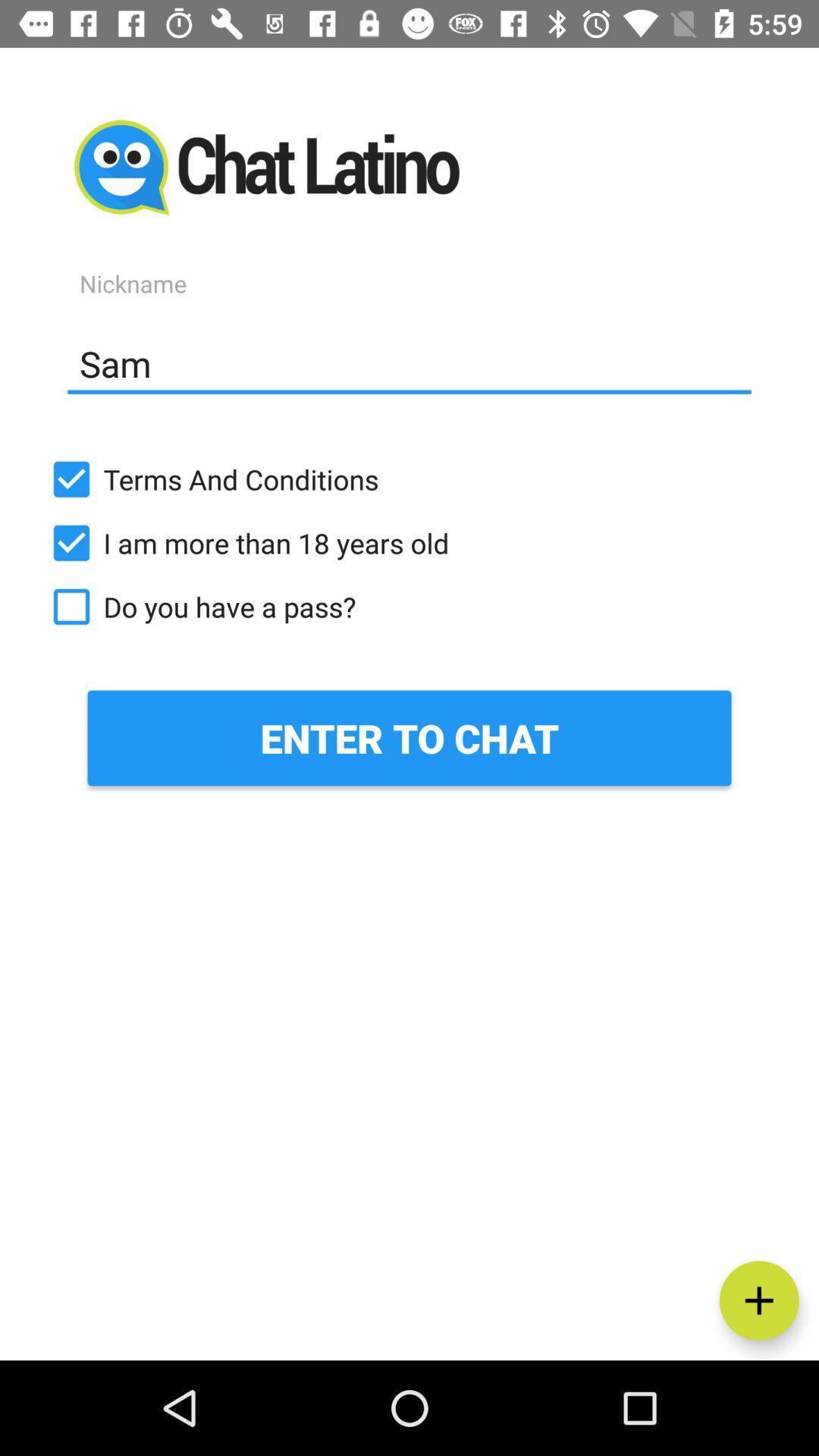  What do you see at coordinates (409, 607) in the screenshot?
I see `the icon below i am more icon` at bounding box center [409, 607].